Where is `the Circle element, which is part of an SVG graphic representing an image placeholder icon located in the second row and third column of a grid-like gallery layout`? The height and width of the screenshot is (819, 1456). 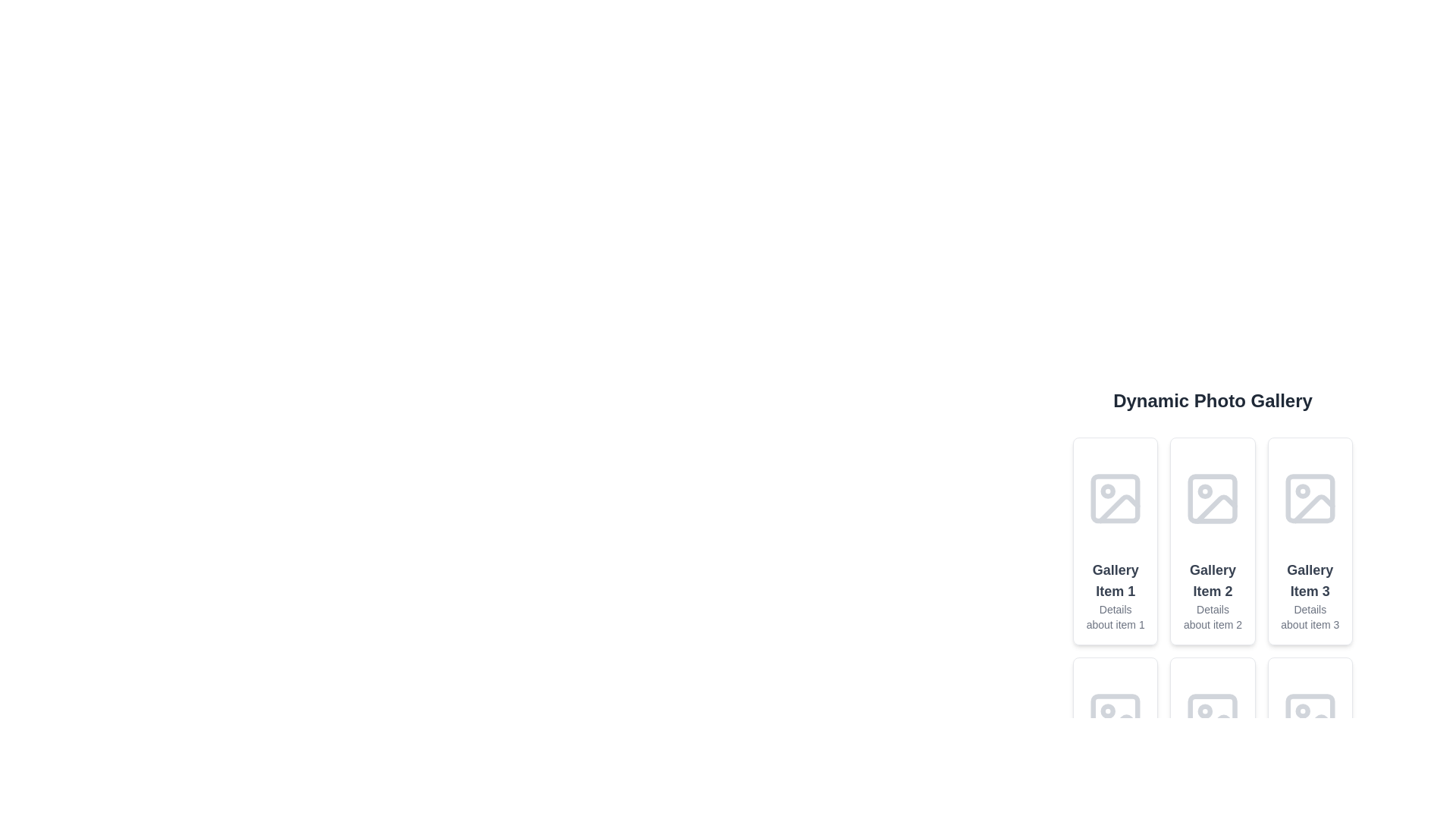 the Circle element, which is part of an SVG graphic representing an image placeholder icon located in the second row and third column of a grid-like gallery layout is located at coordinates (1302, 711).